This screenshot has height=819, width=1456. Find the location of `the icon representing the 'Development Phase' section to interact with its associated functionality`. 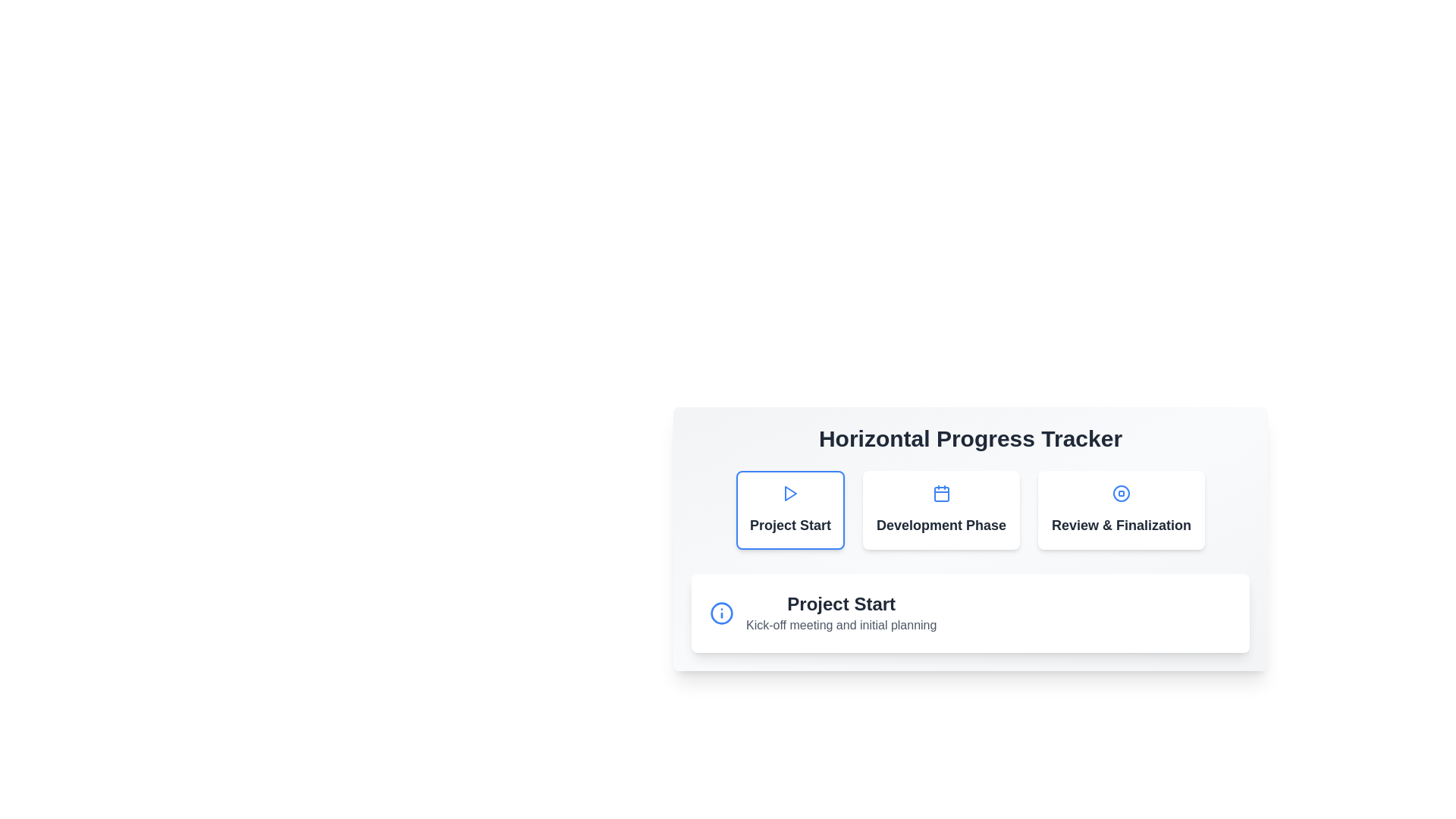

the icon representing the 'Development Phase' section to interact with its associated functionality is located at coordinates (940, 494).